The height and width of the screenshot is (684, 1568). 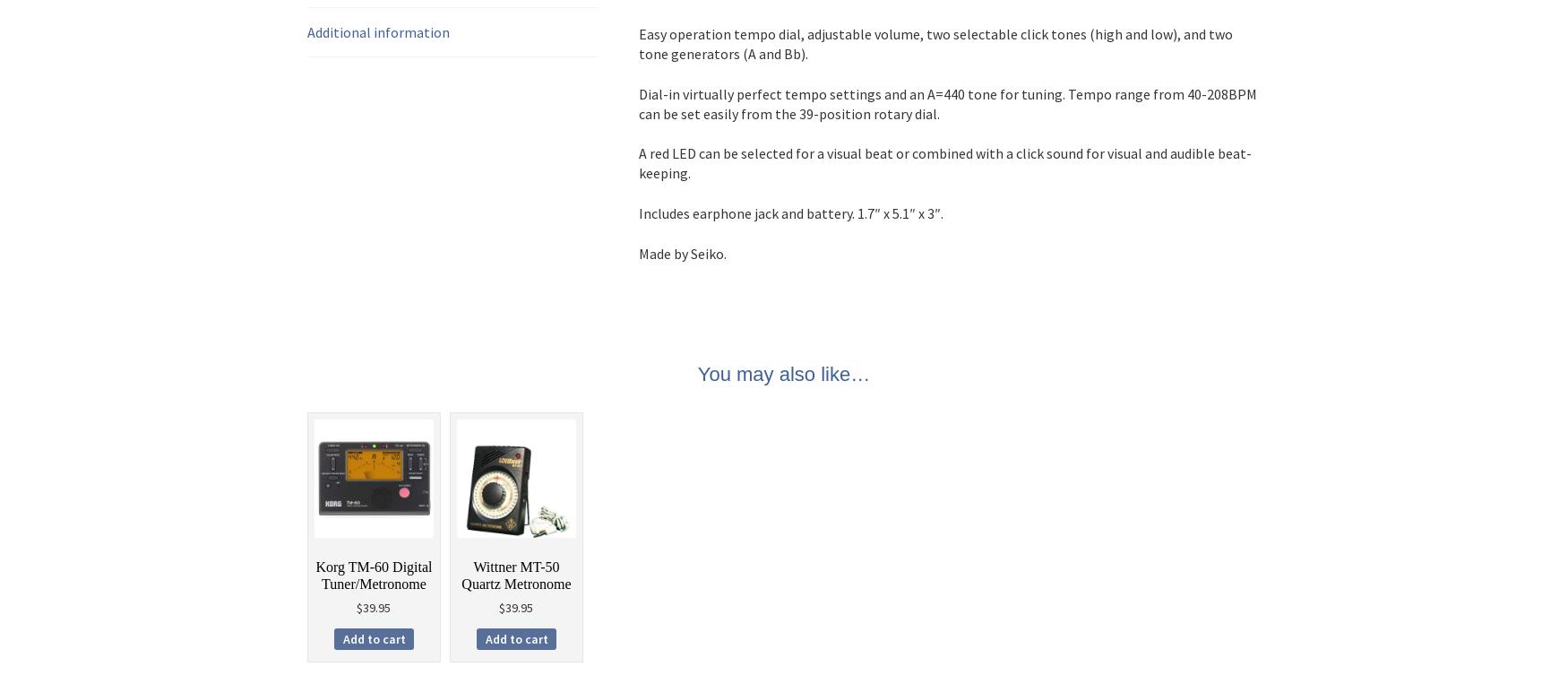 What do you see at coordinates (638, 212) in the screenshot?
I see `'Includes earphone jack and battery. 1.7″ x 5.1″ x 3″.'` at bounding box center [638, 212].